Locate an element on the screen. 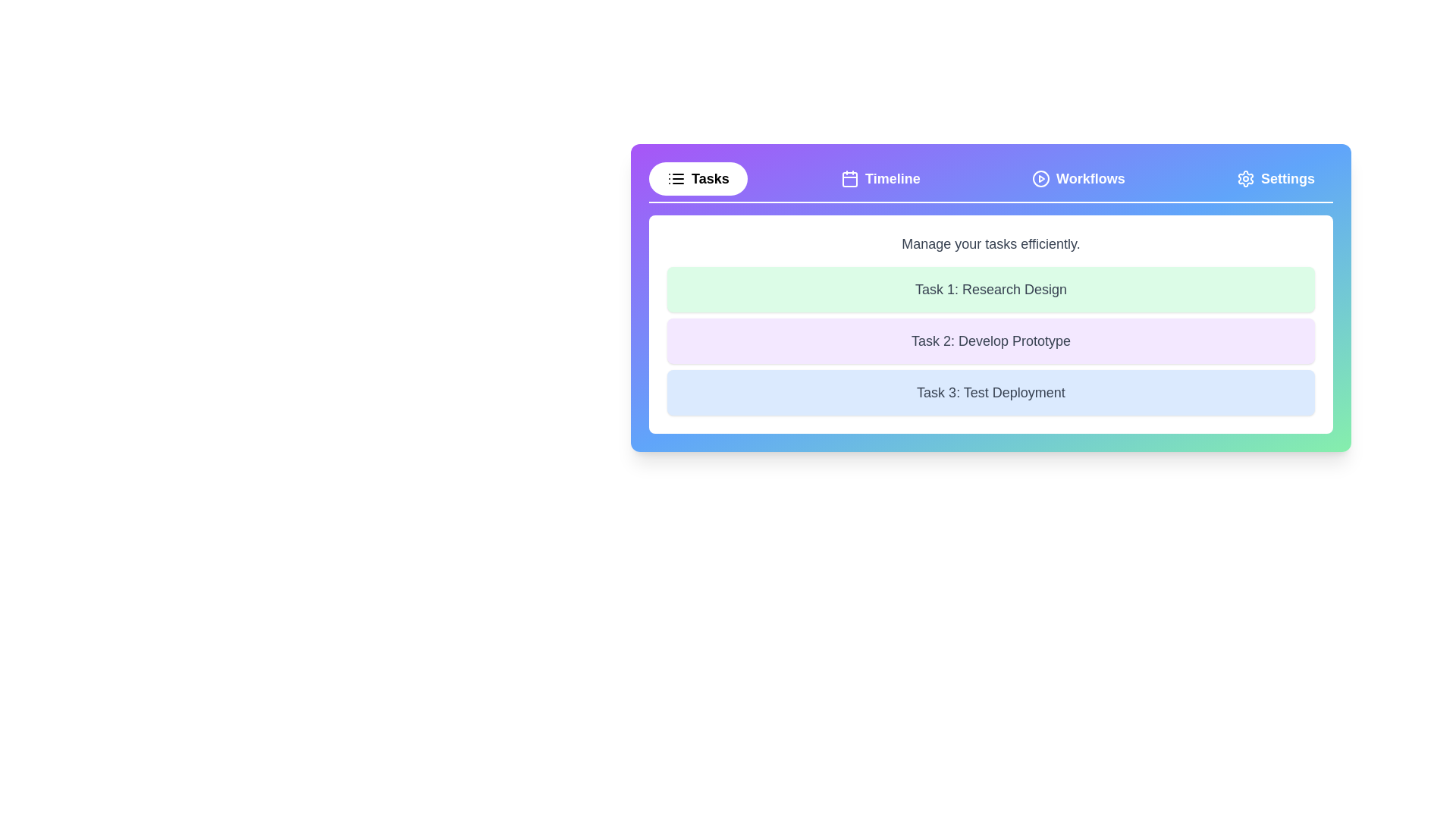 The image size is (1456, 819). the Tasks tab to view its content is located at coordinates (697, 177).